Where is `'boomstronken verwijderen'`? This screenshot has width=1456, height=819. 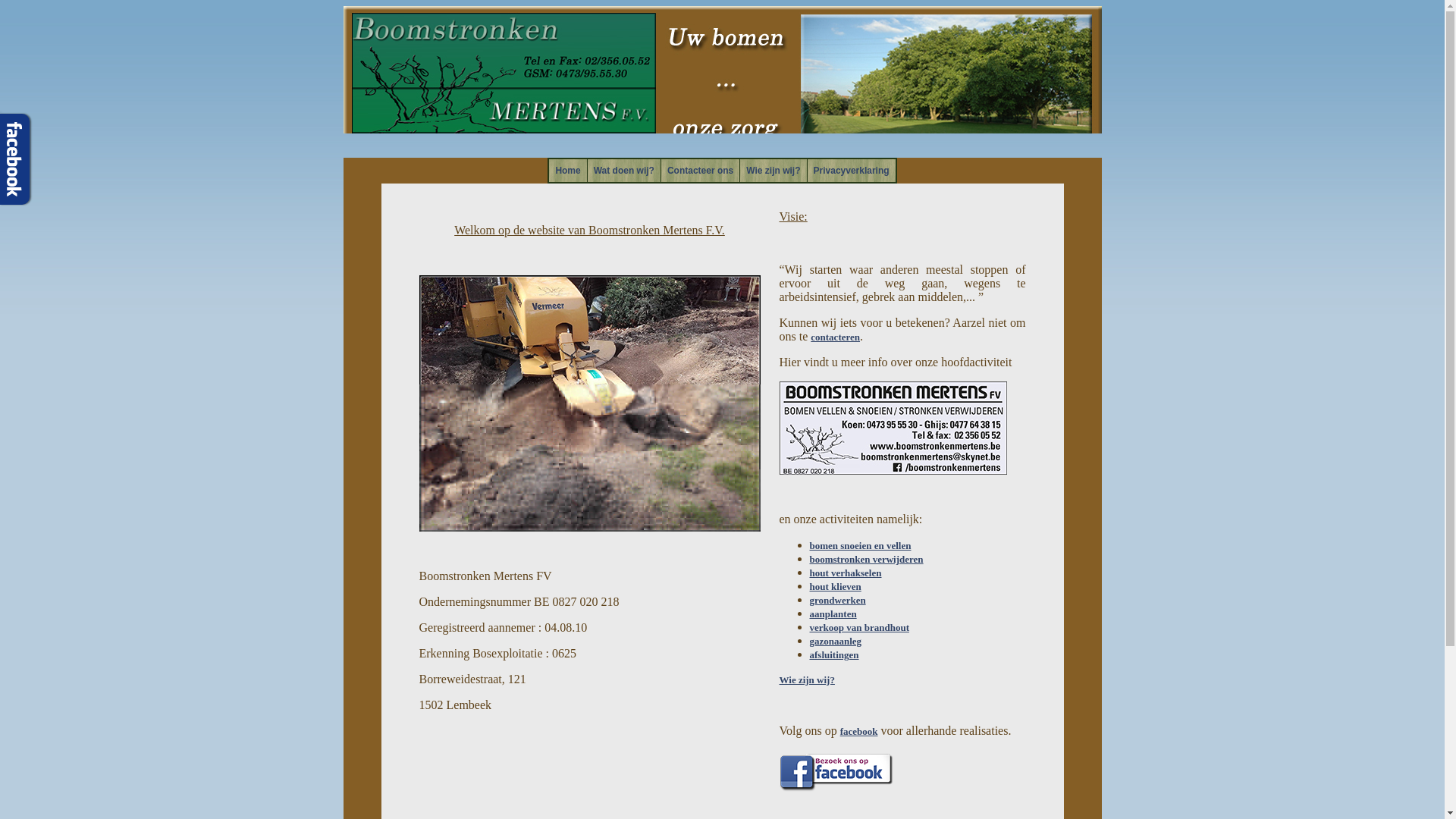 'boomstronken verwijderen' is located at coordinates (866, 559).